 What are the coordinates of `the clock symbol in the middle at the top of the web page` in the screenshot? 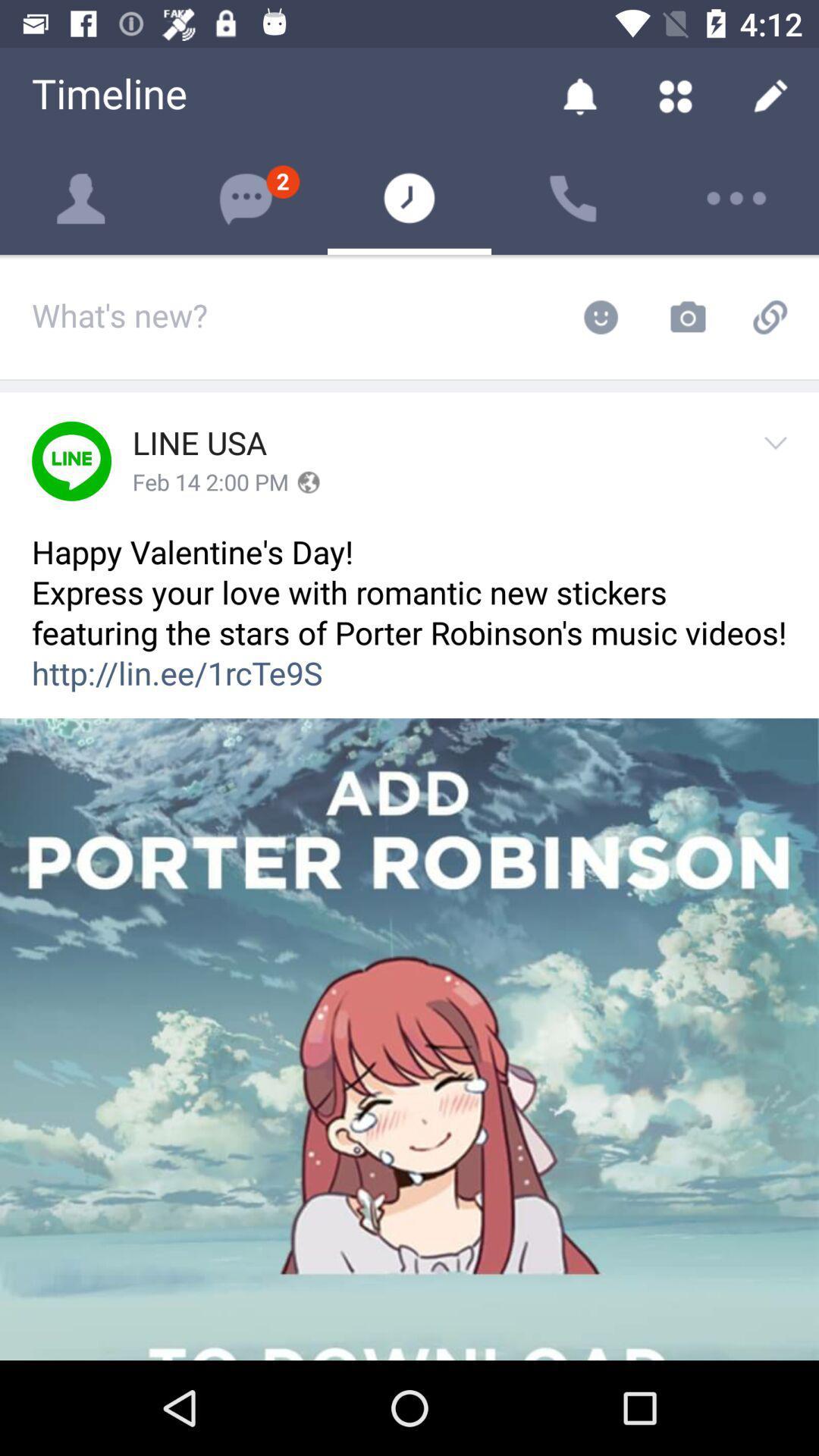 It's located at (409, 198).